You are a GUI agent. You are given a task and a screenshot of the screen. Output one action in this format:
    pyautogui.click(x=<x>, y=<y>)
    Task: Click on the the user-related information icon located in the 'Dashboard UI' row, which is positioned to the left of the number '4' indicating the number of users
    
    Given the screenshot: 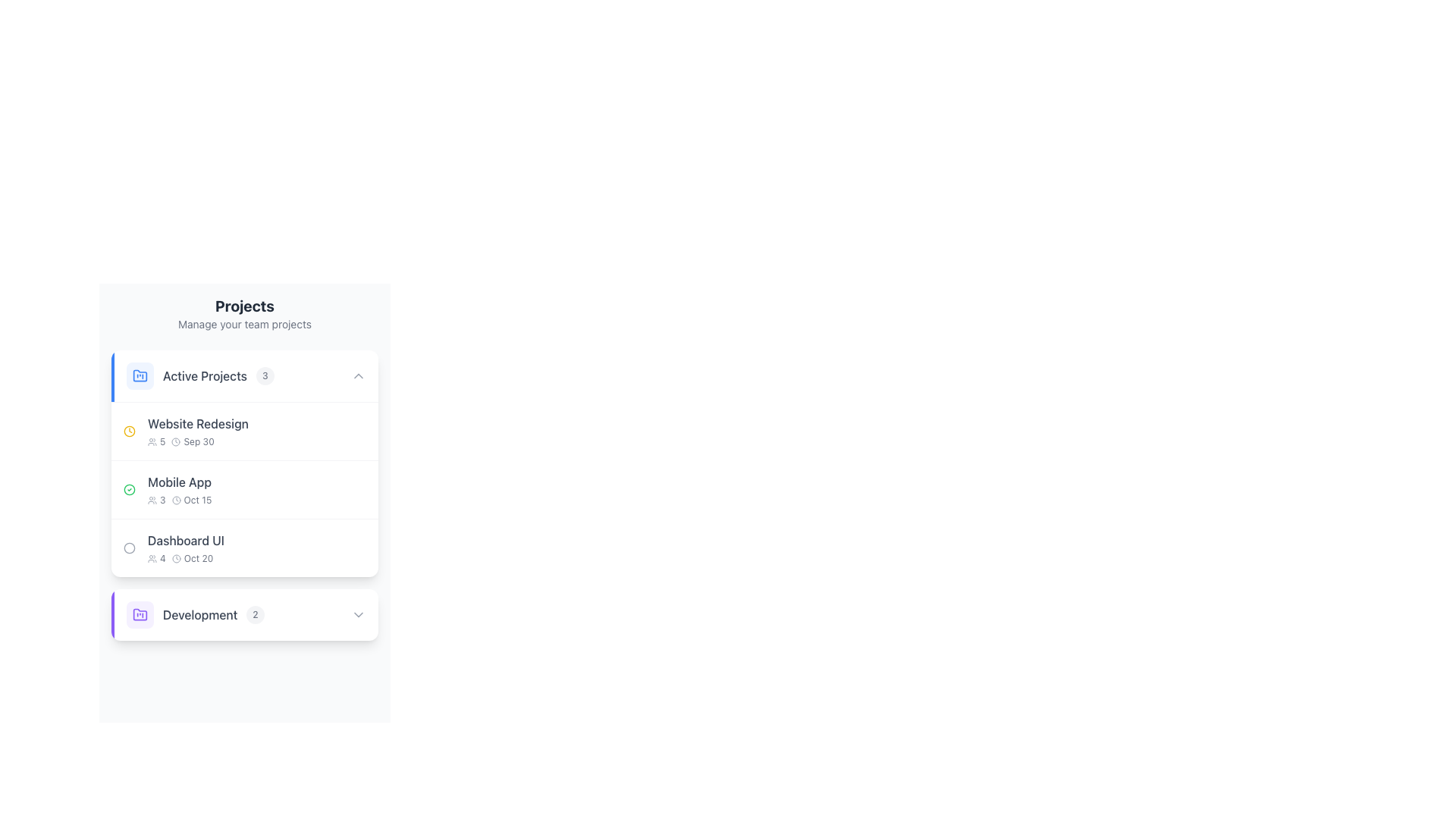 What is the action you would take?
    pyautogui.click(x=152, y=558)
    